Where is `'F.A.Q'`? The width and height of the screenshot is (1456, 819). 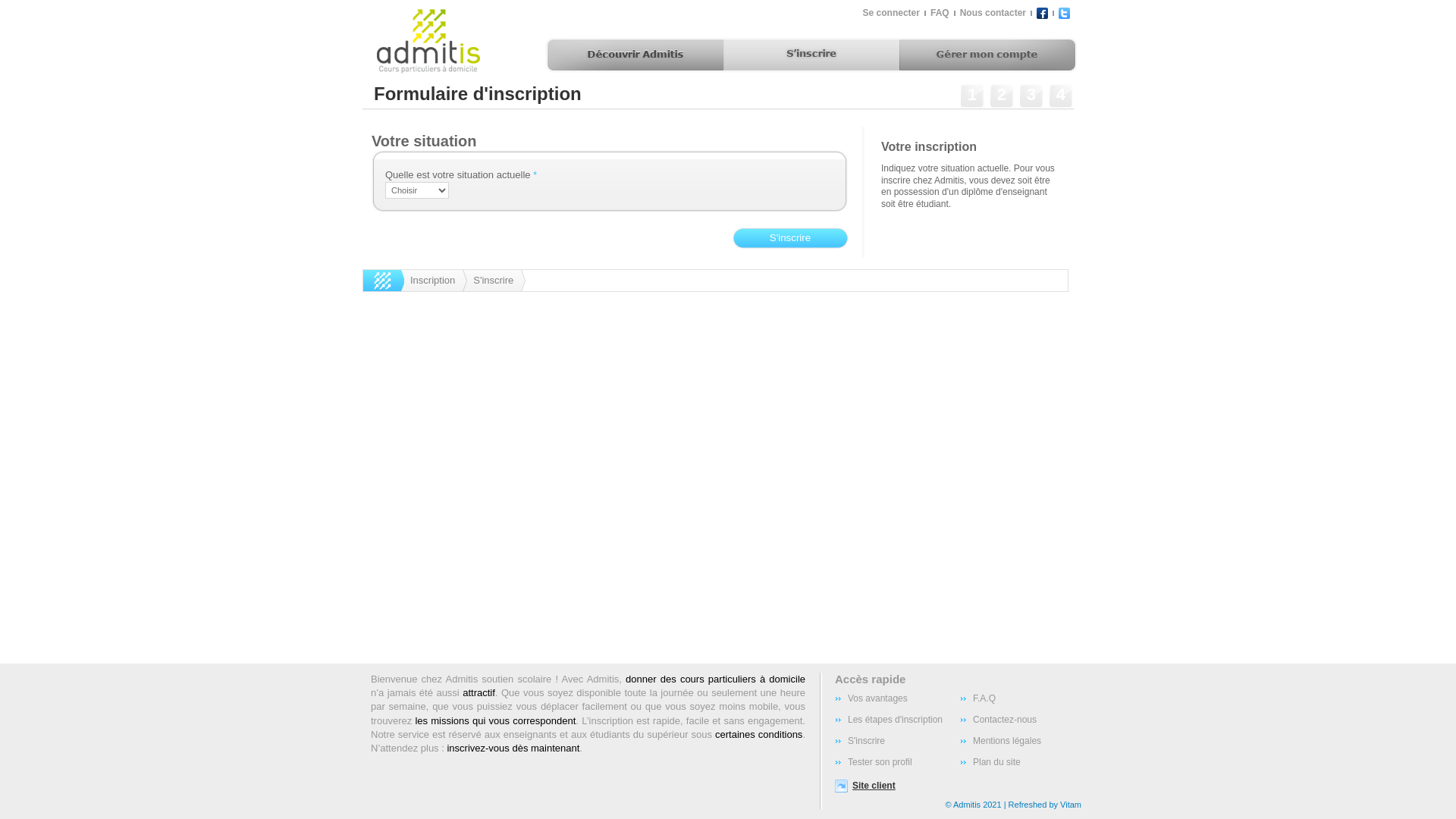
'F.A.Q' is located at coordinates (1022, 698).